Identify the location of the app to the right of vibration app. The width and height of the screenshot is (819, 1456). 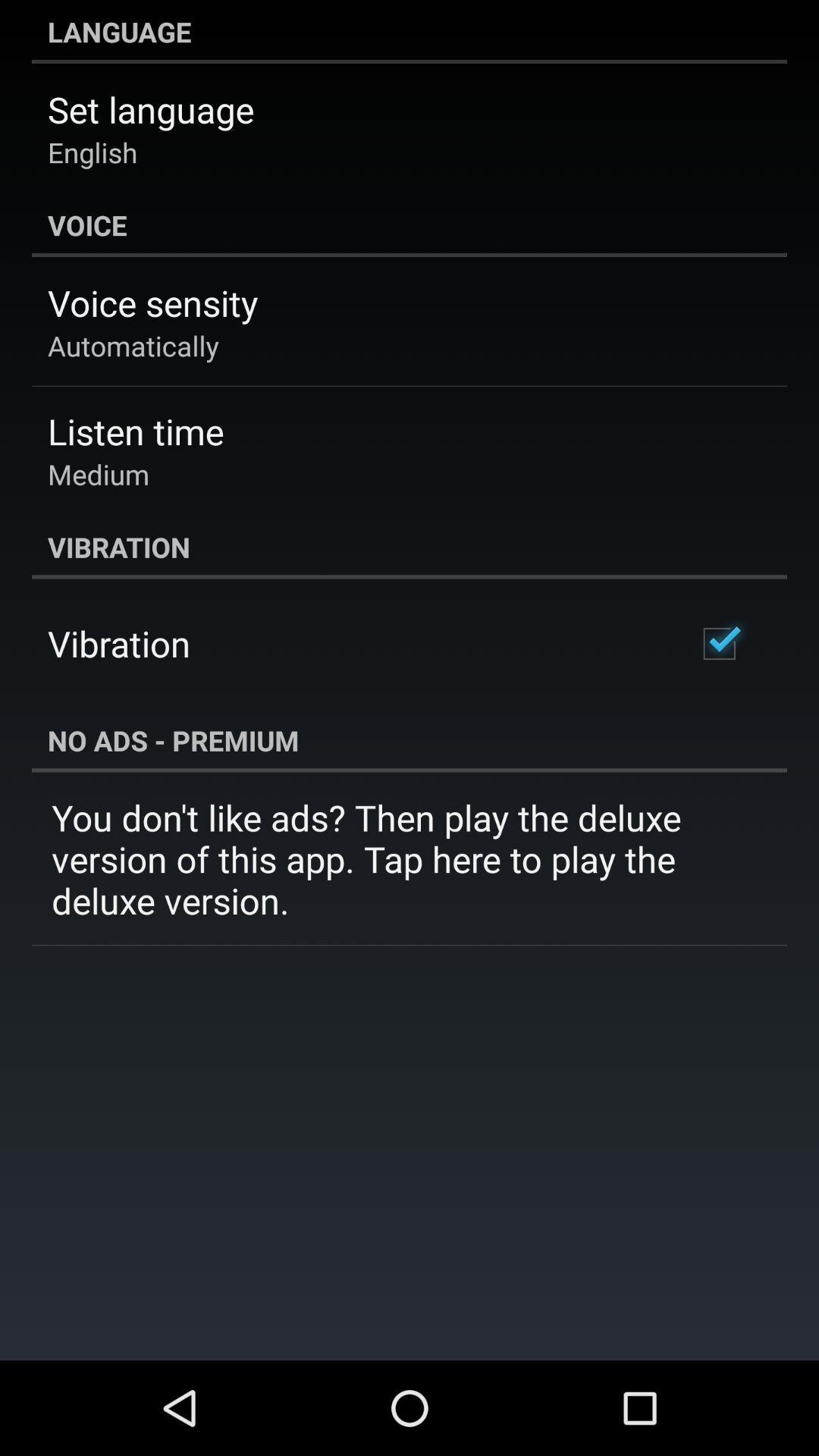
(718, 644).